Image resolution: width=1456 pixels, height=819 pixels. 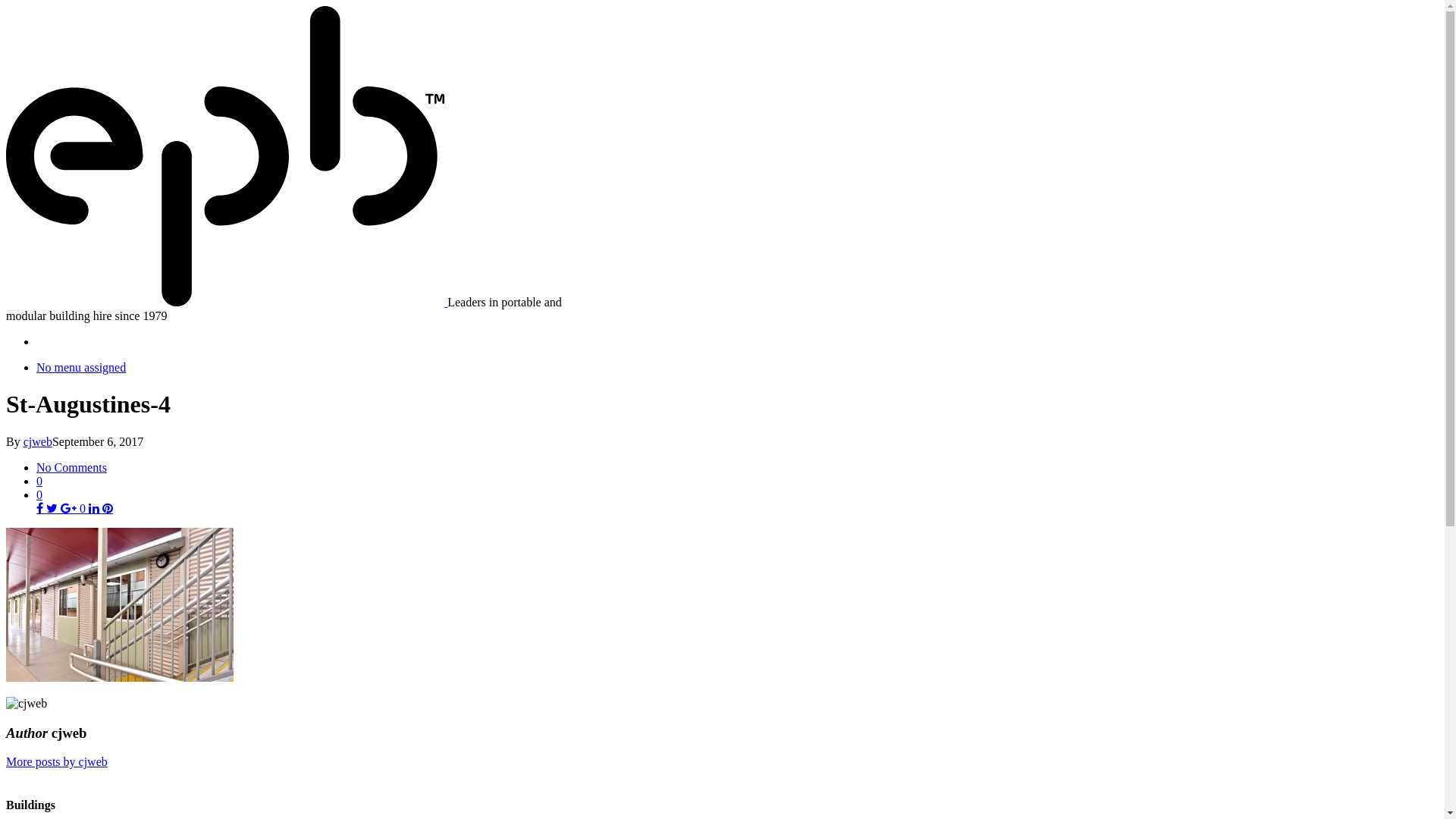 What do you see at coordinates (53, 508) in the screenshot?
I see `'Tweet this'` at bounding box center [53, 508].